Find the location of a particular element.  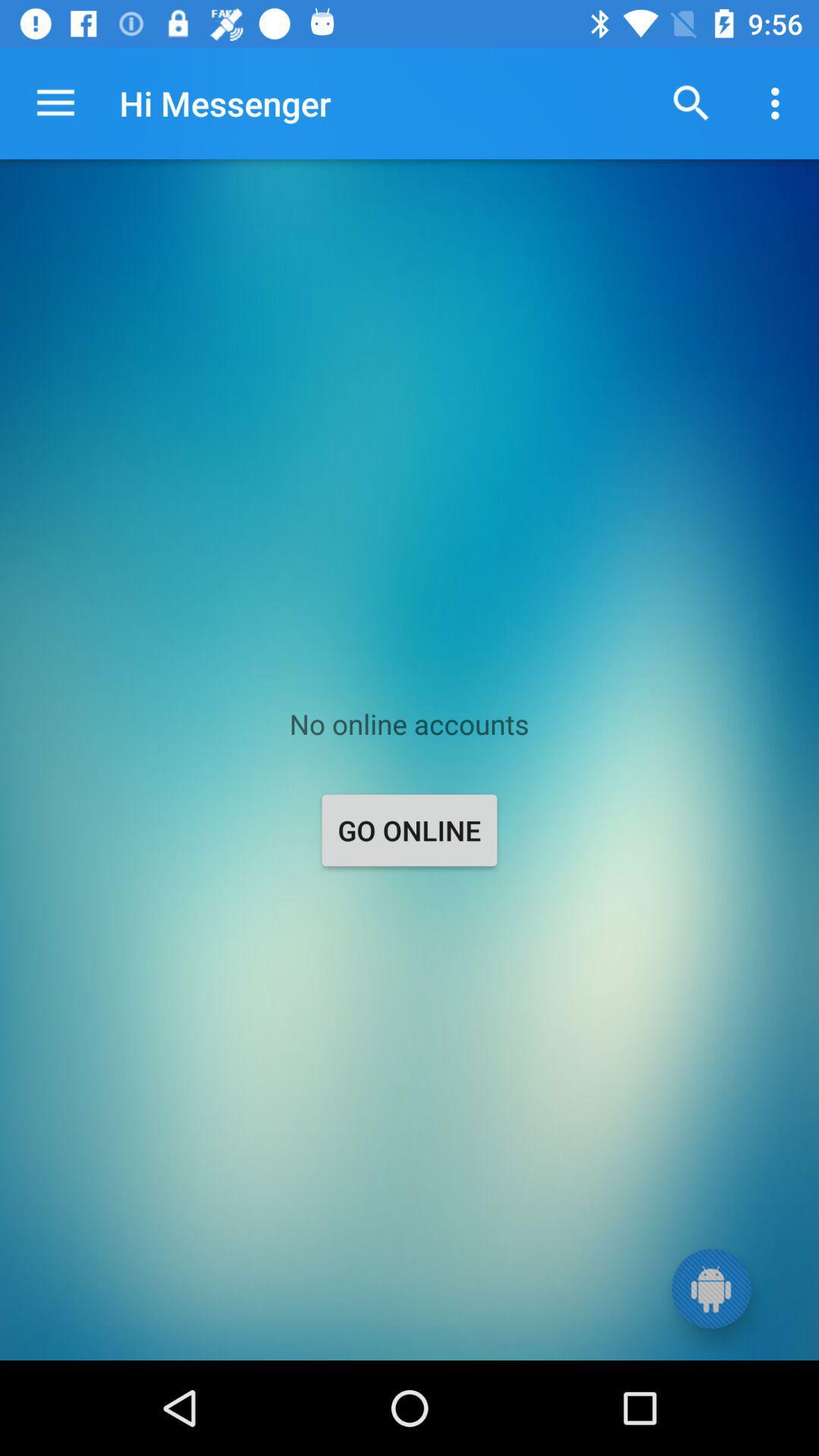

icon below the no online accounts icon is located at coordinates (409, 829).